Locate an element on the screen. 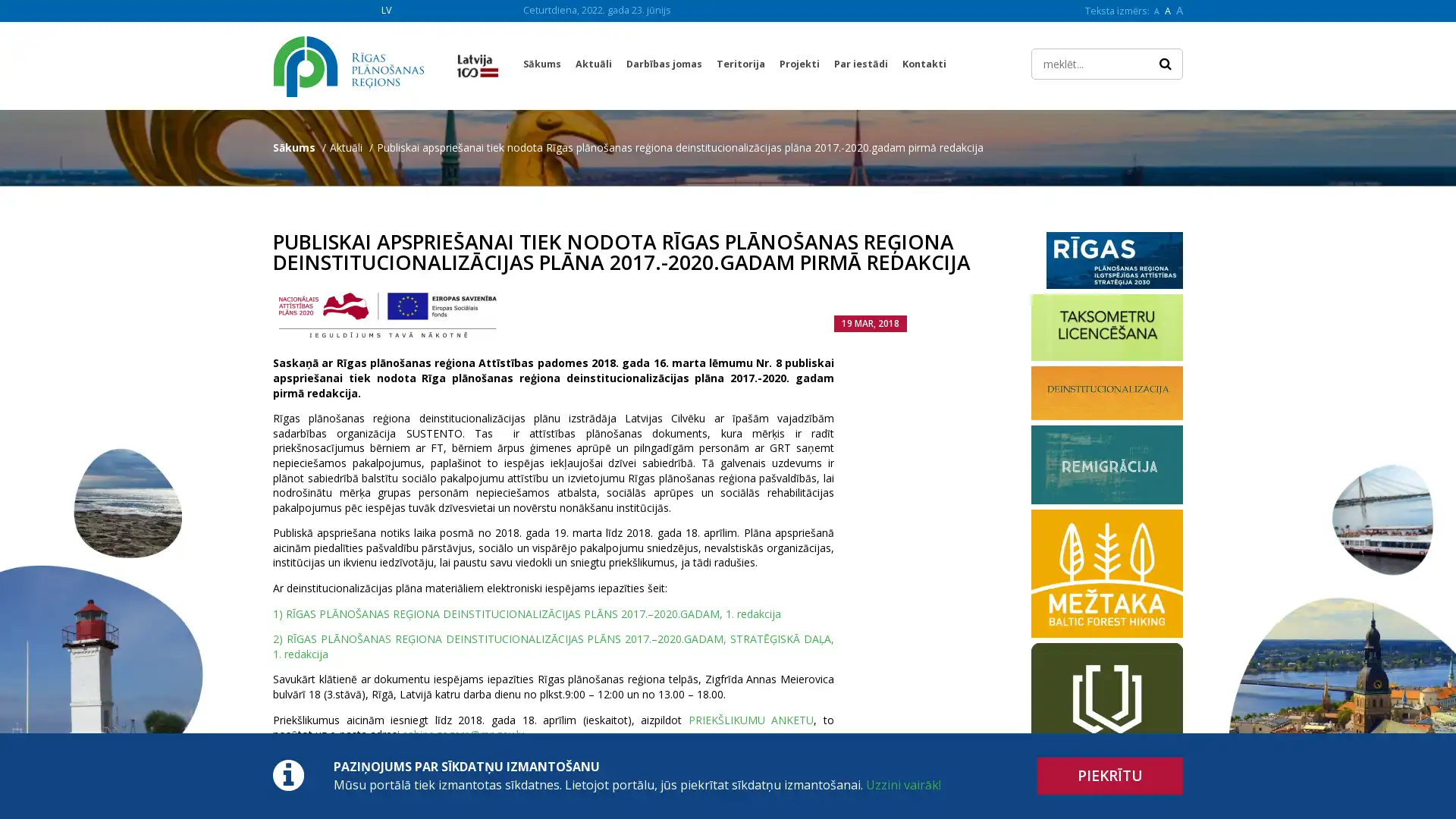  PIEKRITU is located at coordinates (1110, 776).